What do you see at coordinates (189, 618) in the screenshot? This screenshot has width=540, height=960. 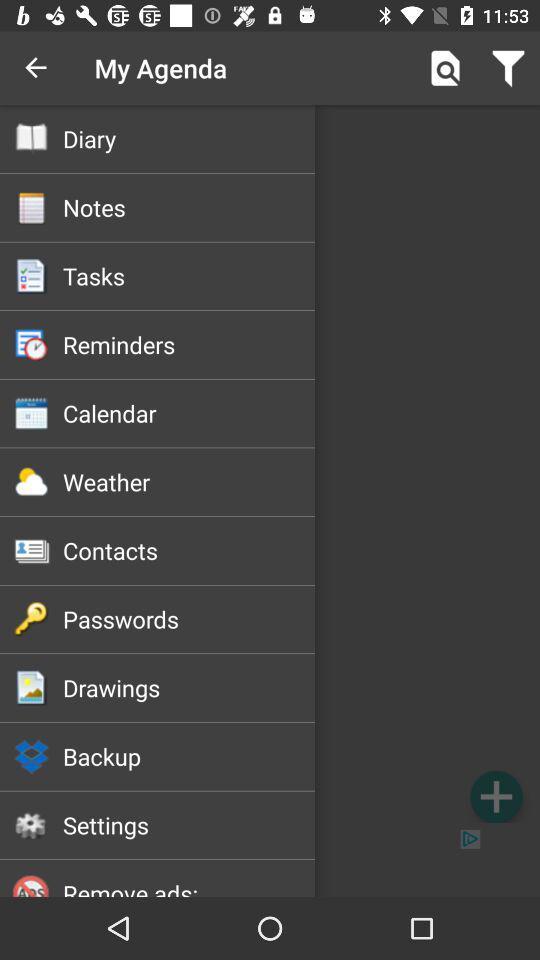 I see `the item above the drawings` at bounding box center [189, 618].